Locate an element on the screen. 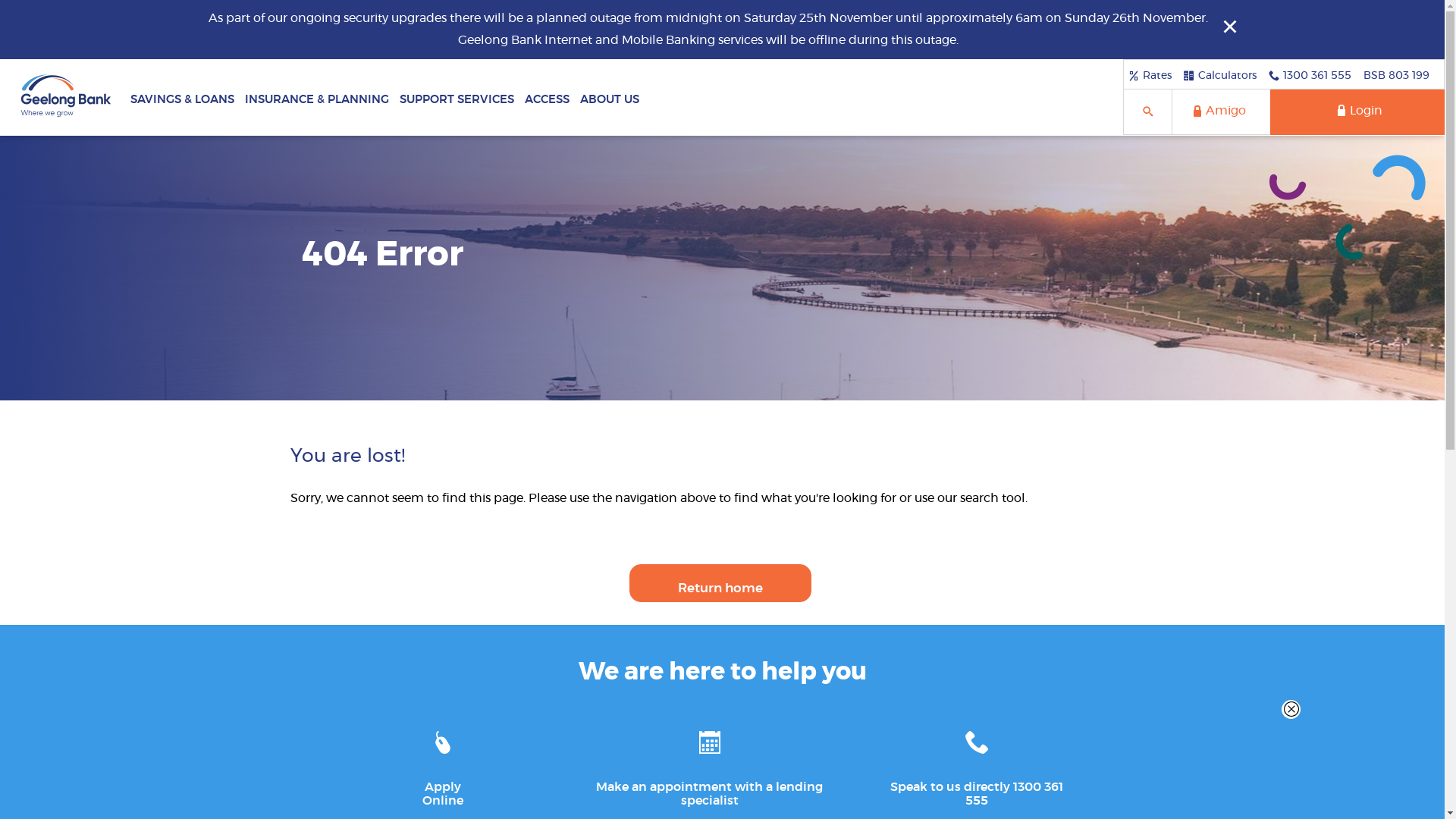 The height and width of the screenshot is (819, 1456). 'INSURANCE & PLANNING' is located at coordinates (239, 96).